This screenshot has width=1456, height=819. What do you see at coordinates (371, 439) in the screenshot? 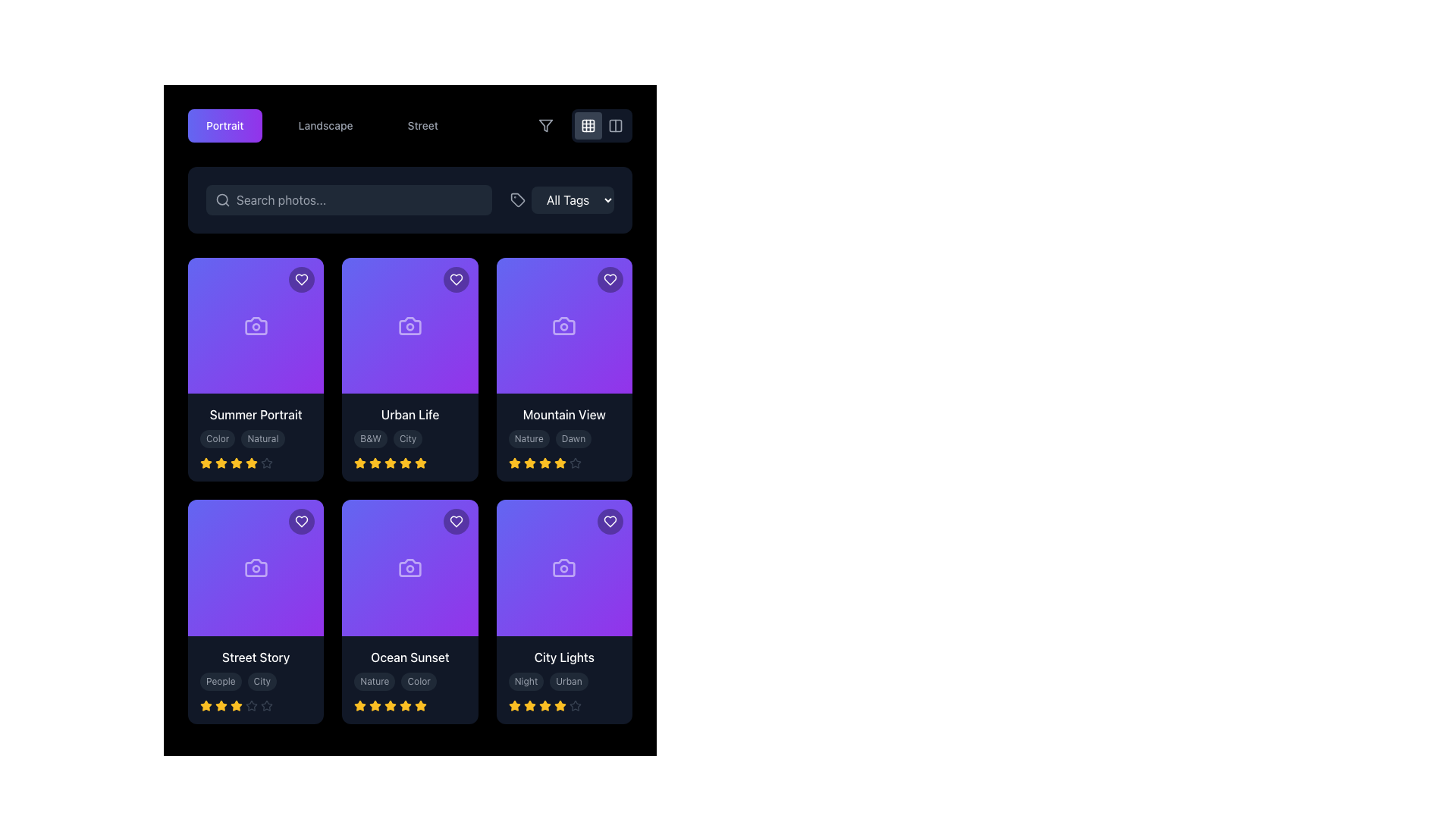
I see `the leftmost Metadata Label displaying 'B&W' in light gray on a dark gray background` at bounding box center [371, 439].